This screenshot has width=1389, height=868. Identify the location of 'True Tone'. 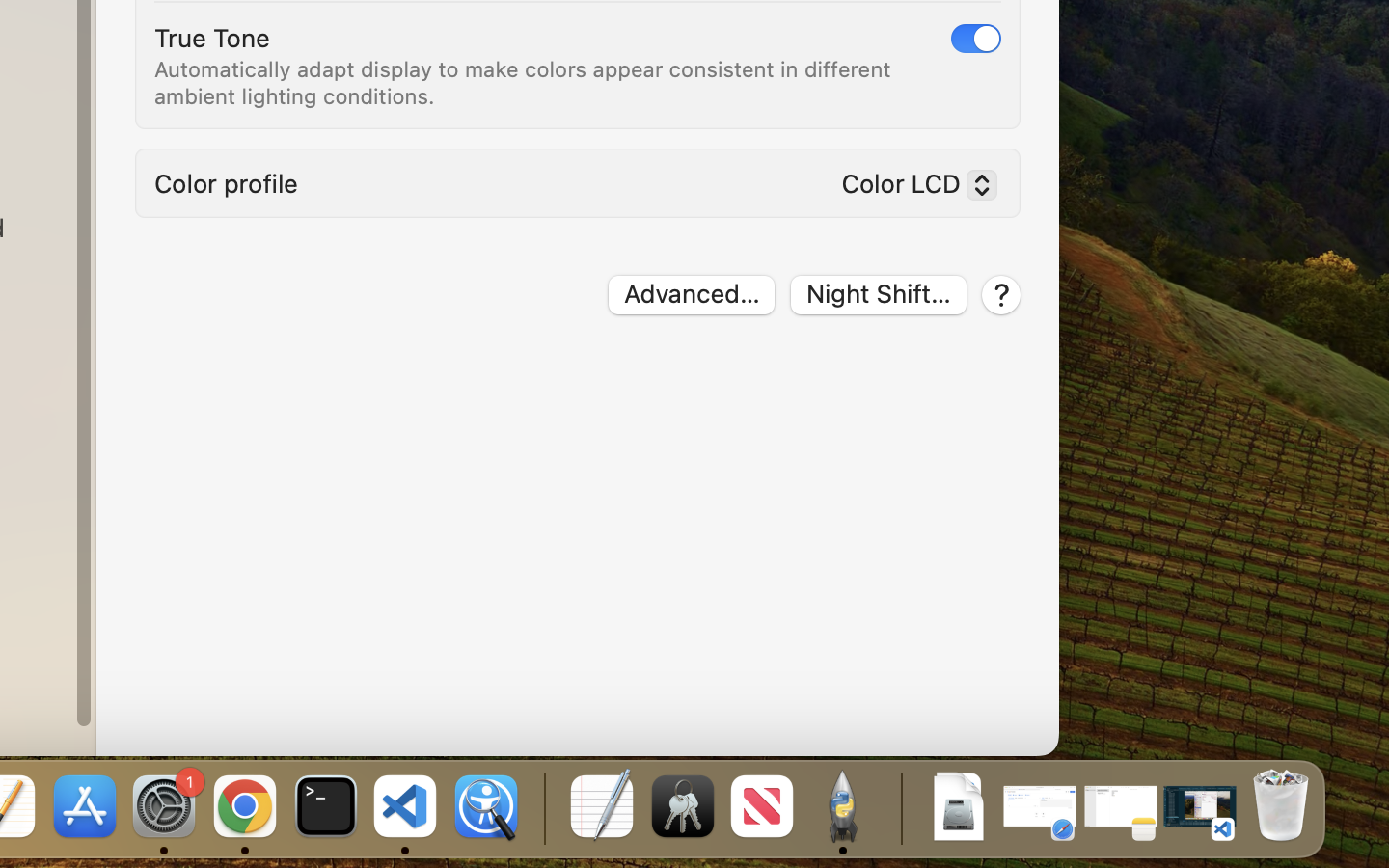
(212, 35).